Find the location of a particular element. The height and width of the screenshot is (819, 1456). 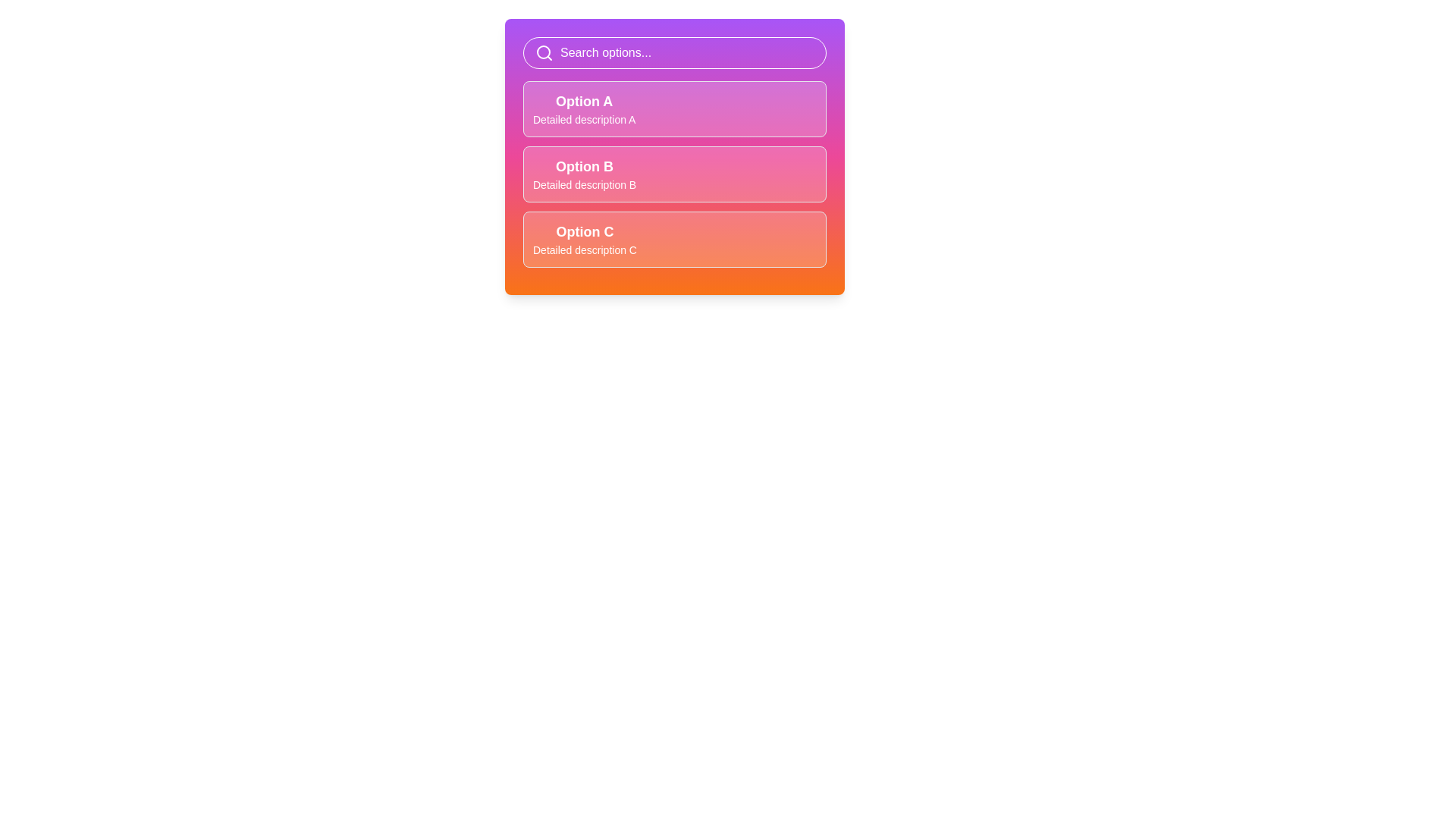

the Text label that serves as the title of the card labeled 'Option A', which is the first card in the list of selectable options is located at coordinates (583, 102).